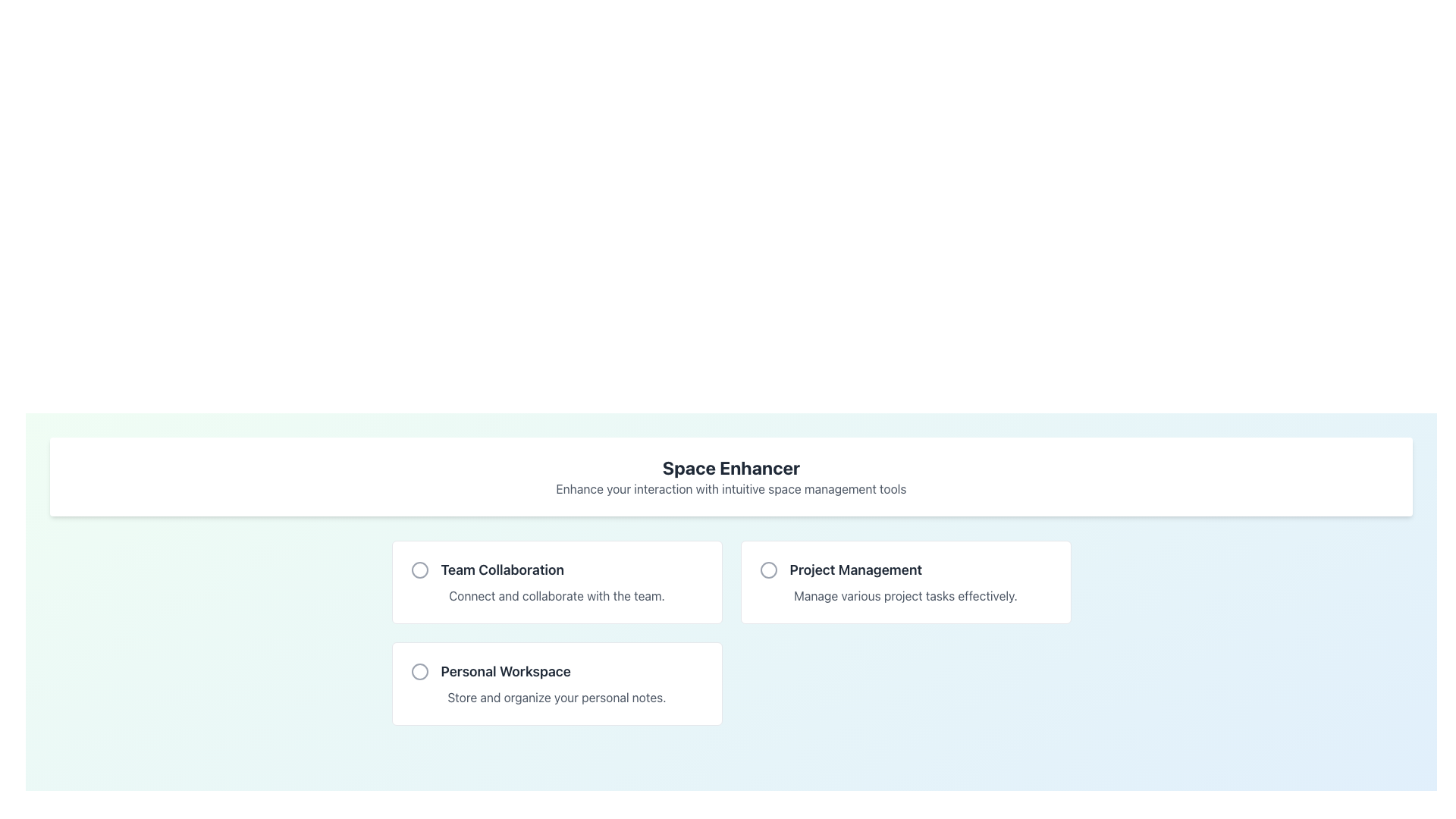  What do you see at coordinates (419, 671) in the screenshot?
I see `the circular icon with a gray outline located under the 'Space Enhancer' title, to the left of the 'Personal Workspace' text for interaction` at bounding box center [419, 671].